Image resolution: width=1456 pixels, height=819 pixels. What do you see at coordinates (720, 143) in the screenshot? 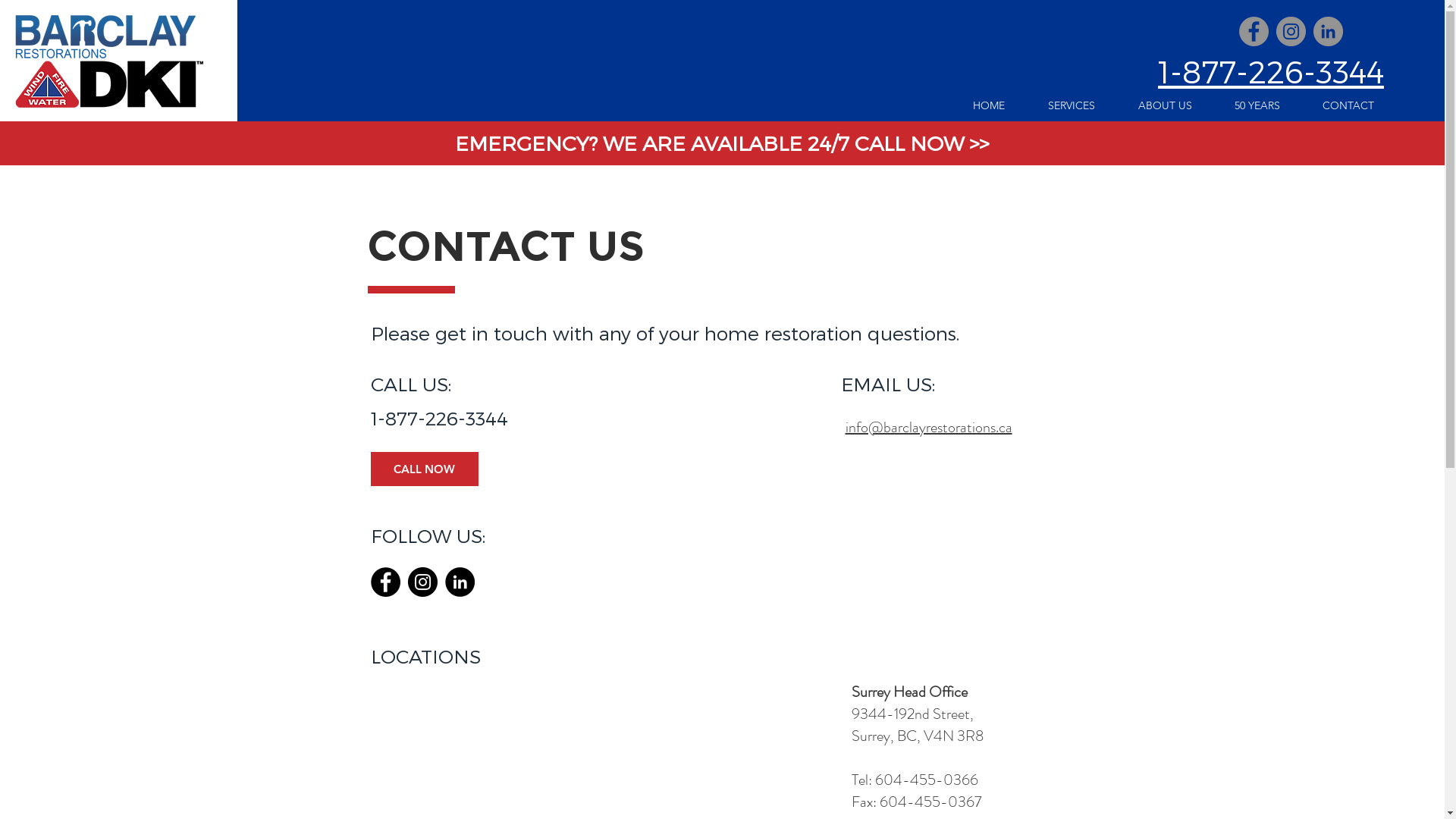
I see `'EMERGENCY? WE ARE AVAILABLE 24/7 CALL NOW >>'` at bounding box center [720, 143].